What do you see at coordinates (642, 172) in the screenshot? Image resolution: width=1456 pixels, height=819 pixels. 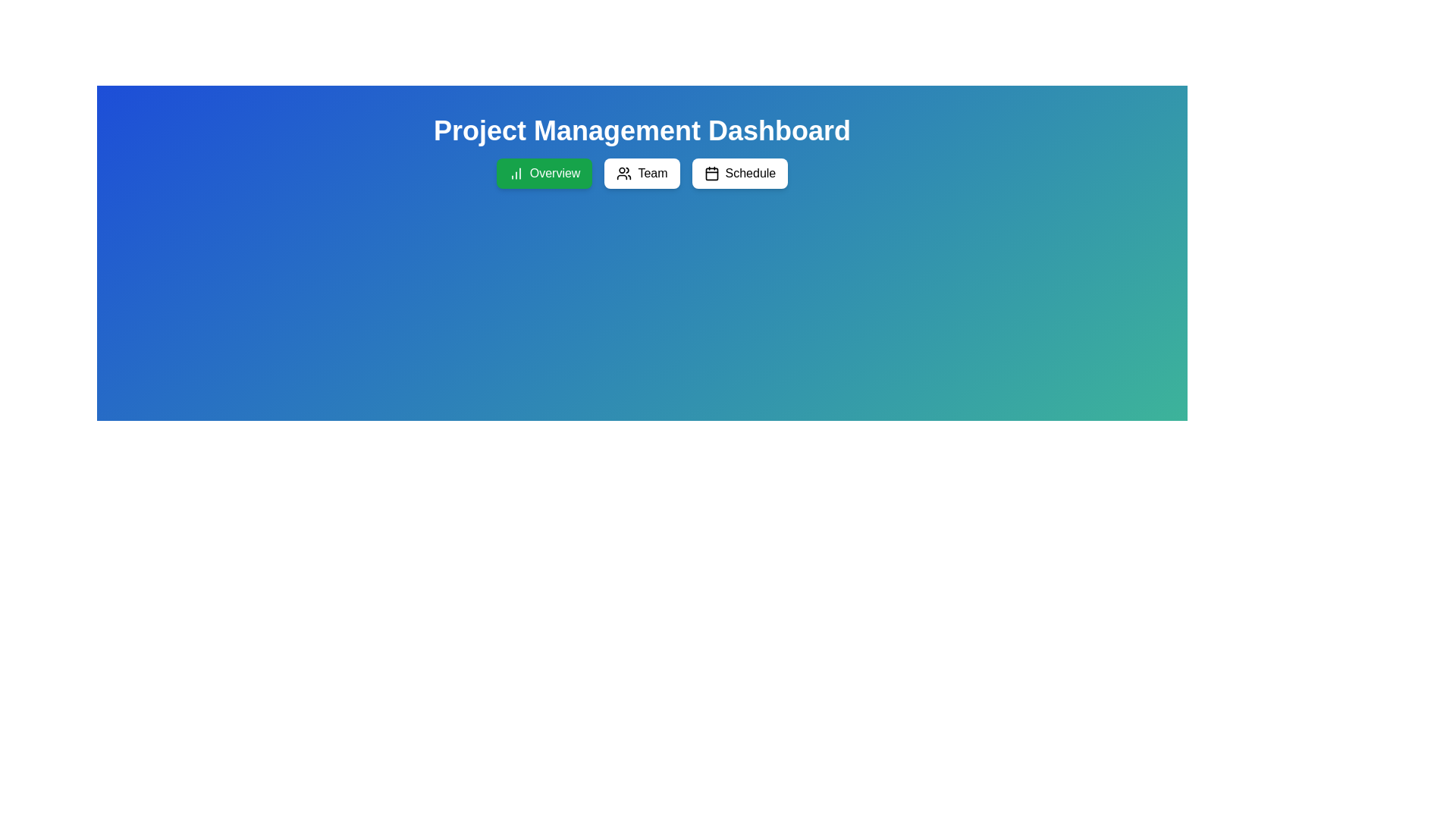 I see `the 'Team' tab to navigate to the team management section` at bounding box center [642, 172].